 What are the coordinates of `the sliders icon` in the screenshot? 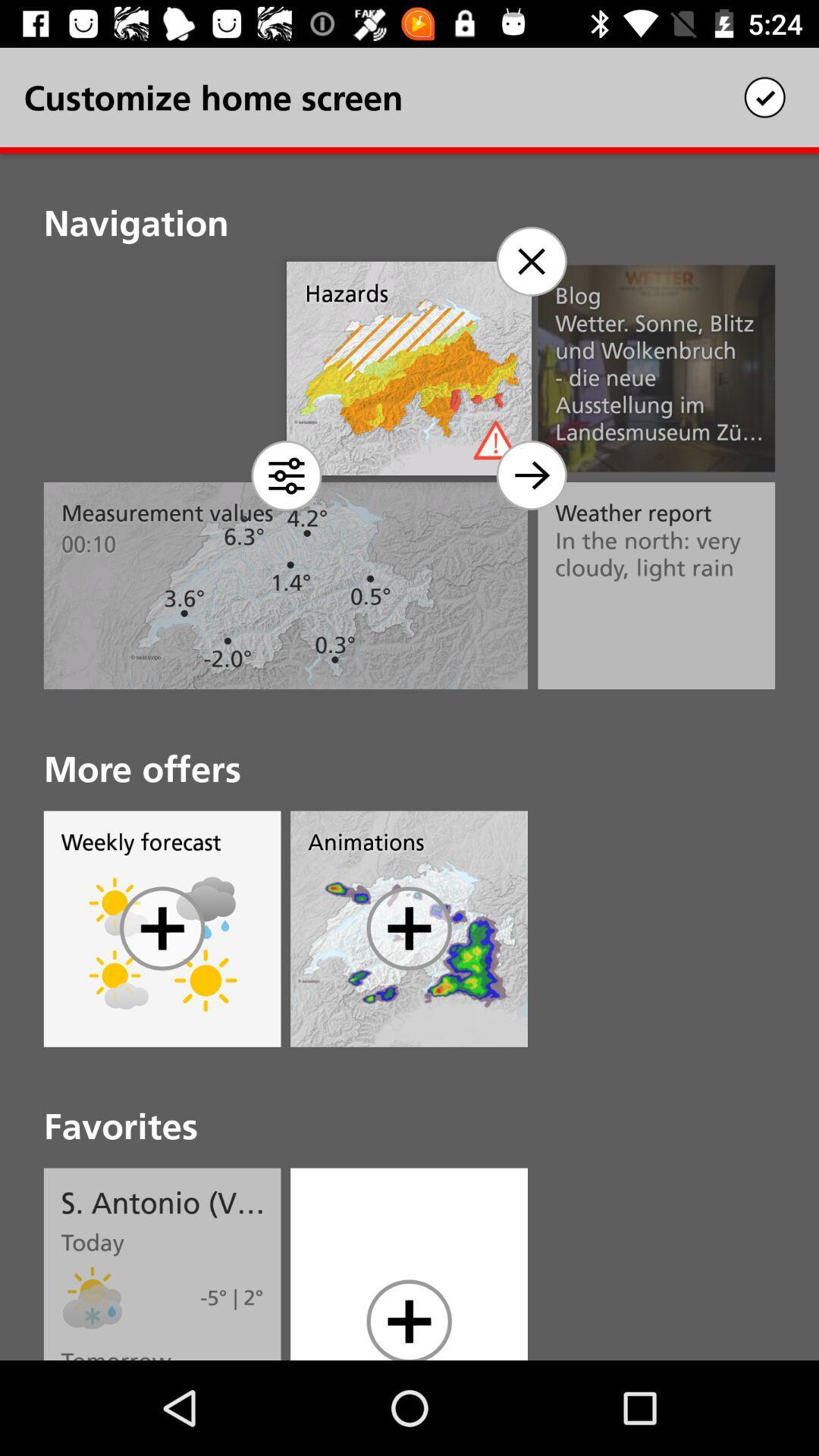 It's located at (287, 475).